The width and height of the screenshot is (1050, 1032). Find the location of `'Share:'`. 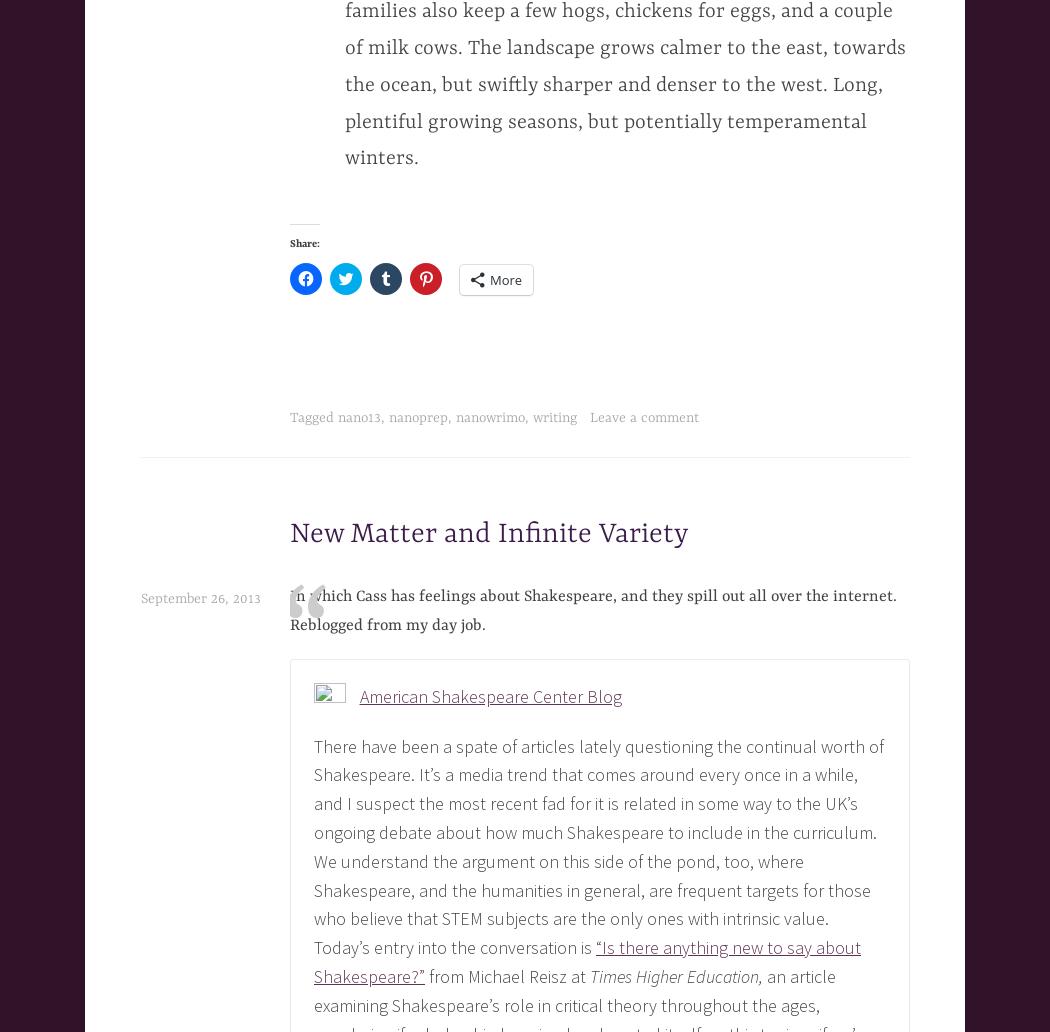

'Share:' is located at coordinates (305, 242).